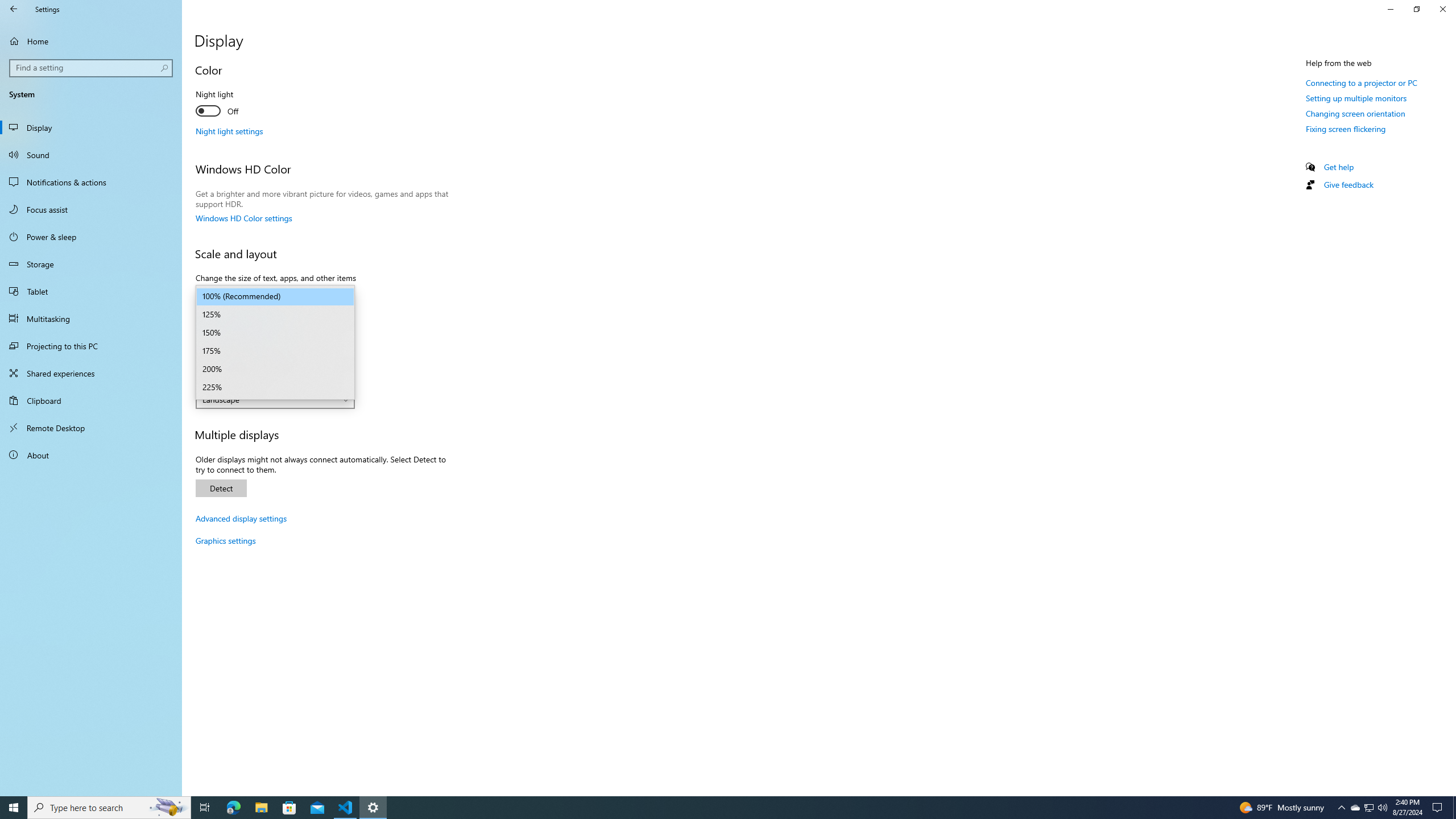  I want to click on 'Search box, Find a setting', so click(91, 67).